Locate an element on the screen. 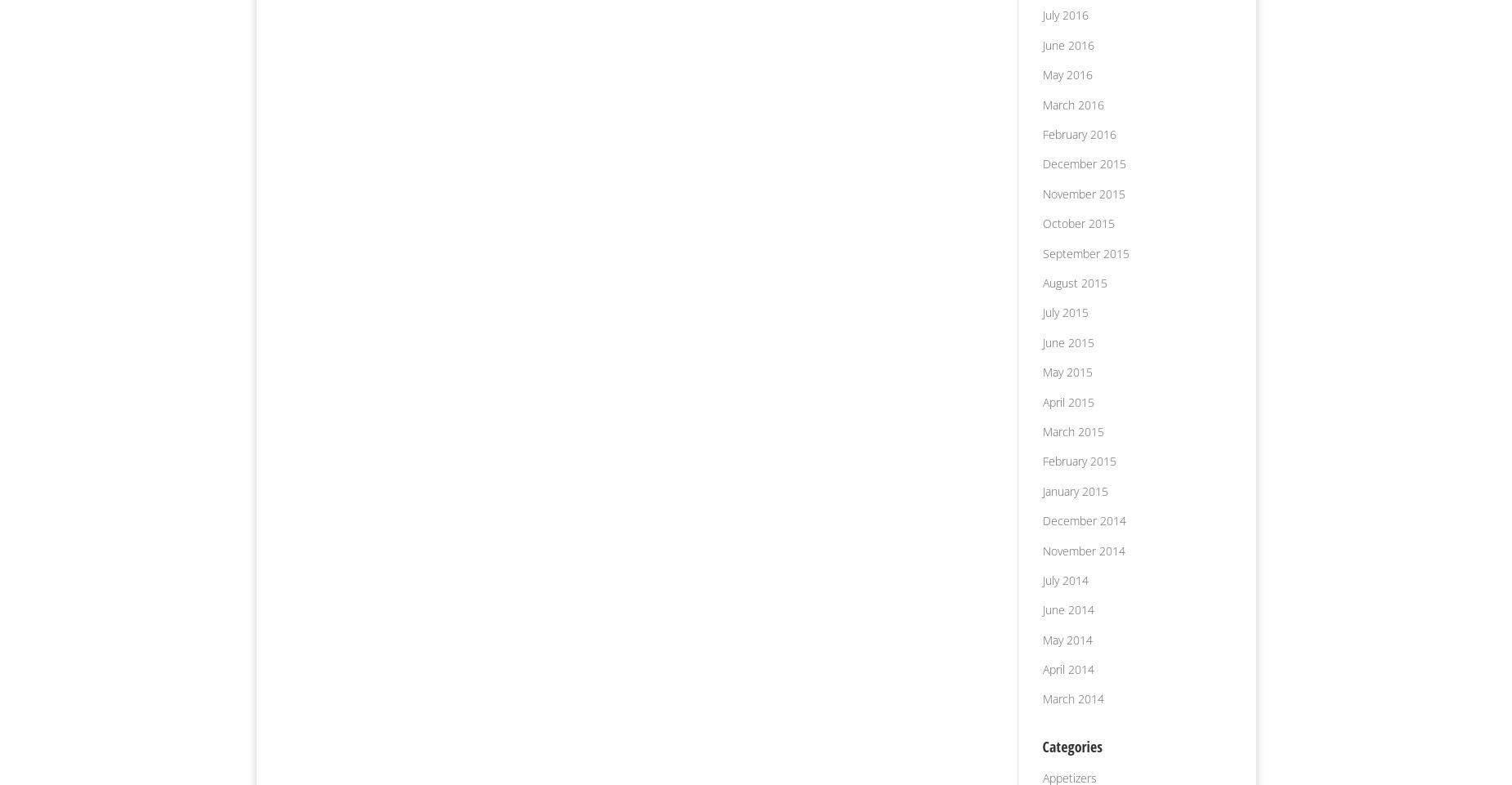 This screenshot has height=785, width=1512. 'February 2015' is located at coordinates (1077, 460).